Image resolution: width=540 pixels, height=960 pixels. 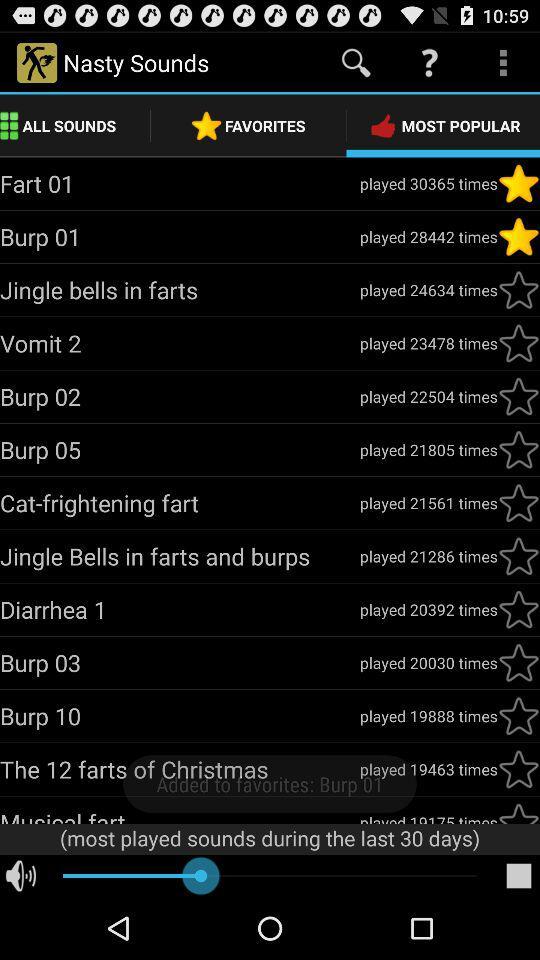 I want to click on app next to cat-frightening fart app, so click(x=427, y=502).